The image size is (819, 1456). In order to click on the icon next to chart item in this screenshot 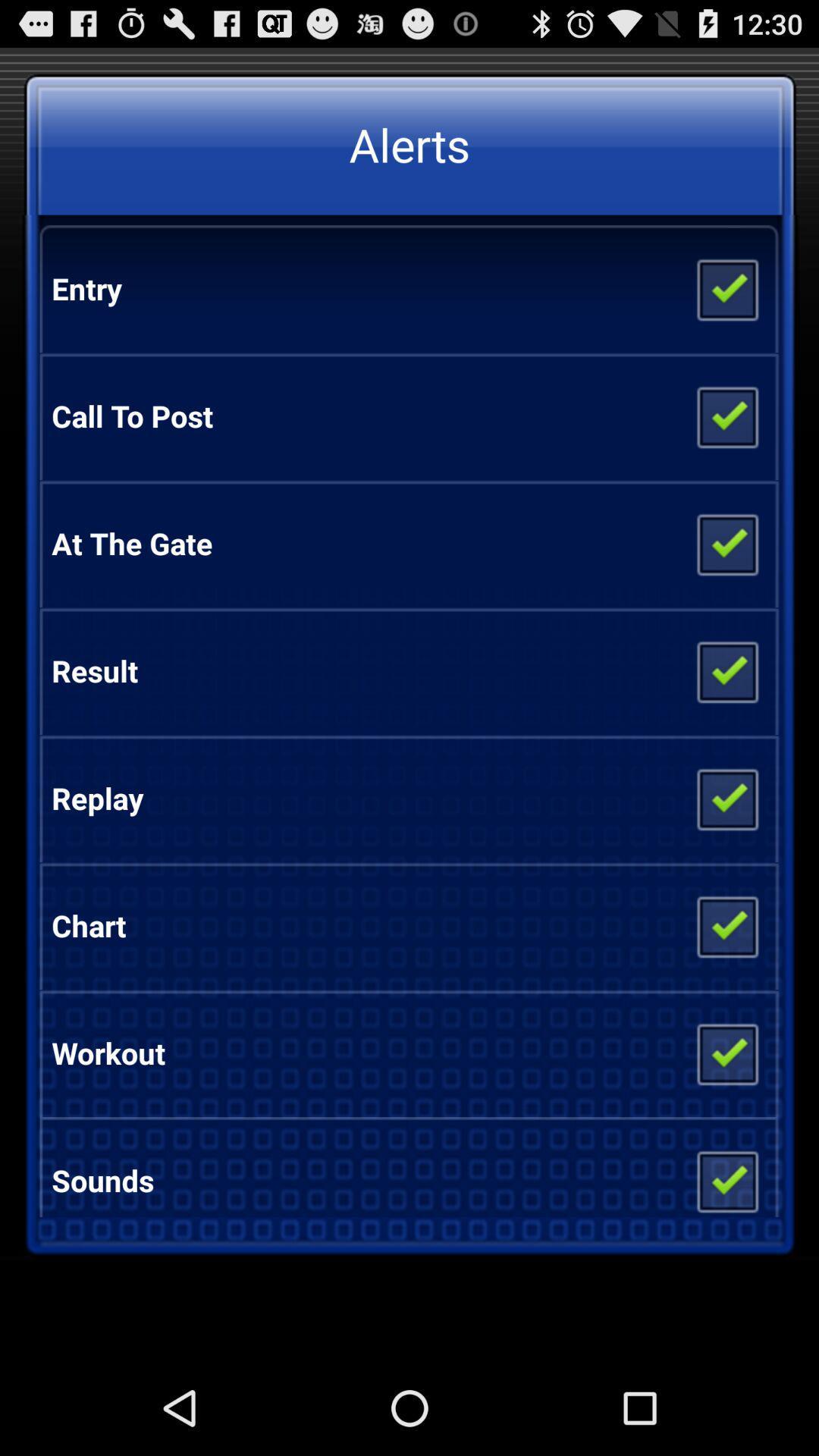, I will do `click(726, 924)`.